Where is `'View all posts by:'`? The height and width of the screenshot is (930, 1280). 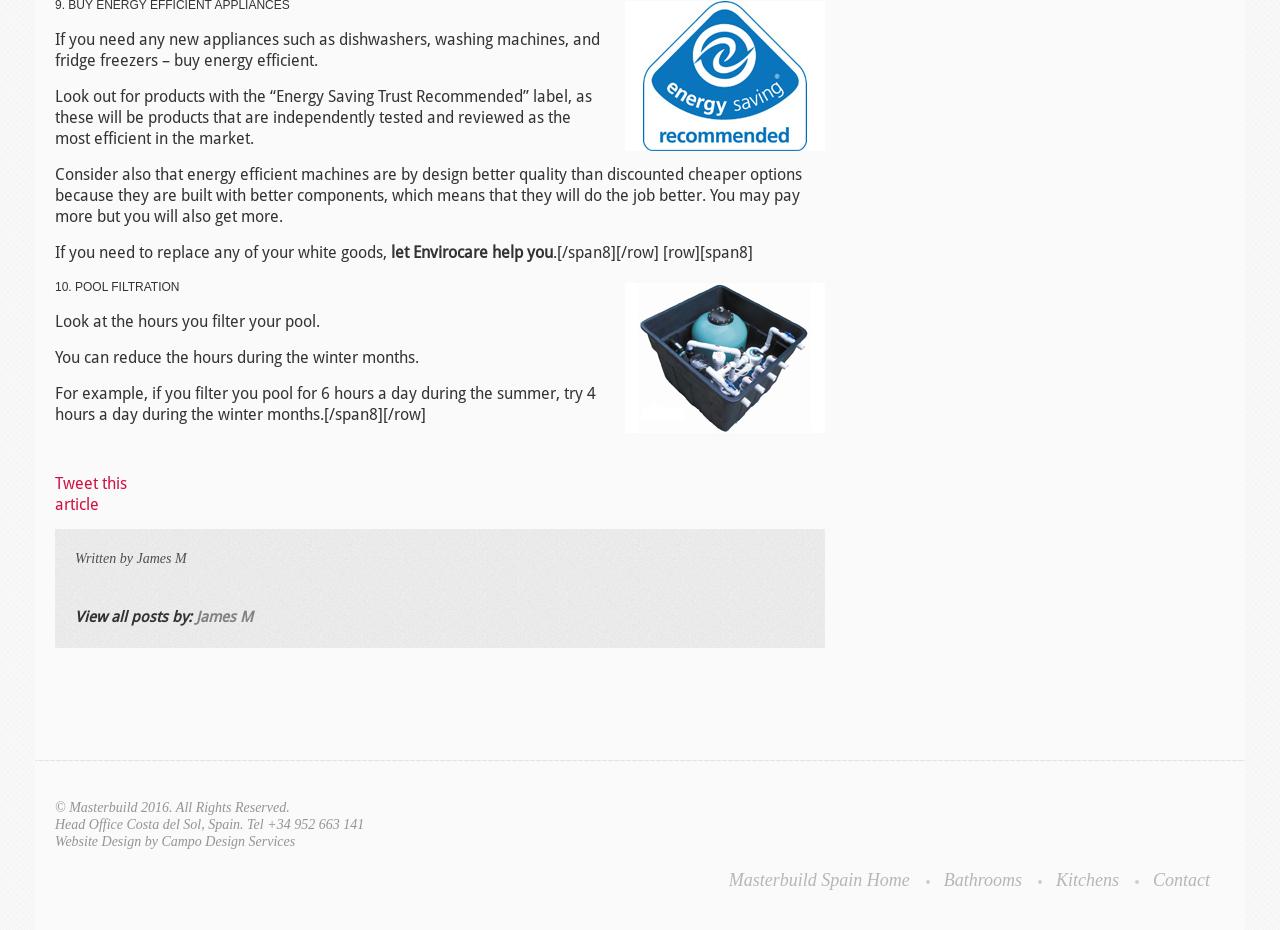 'View all posts by:' is located at coordinates (134, 616).